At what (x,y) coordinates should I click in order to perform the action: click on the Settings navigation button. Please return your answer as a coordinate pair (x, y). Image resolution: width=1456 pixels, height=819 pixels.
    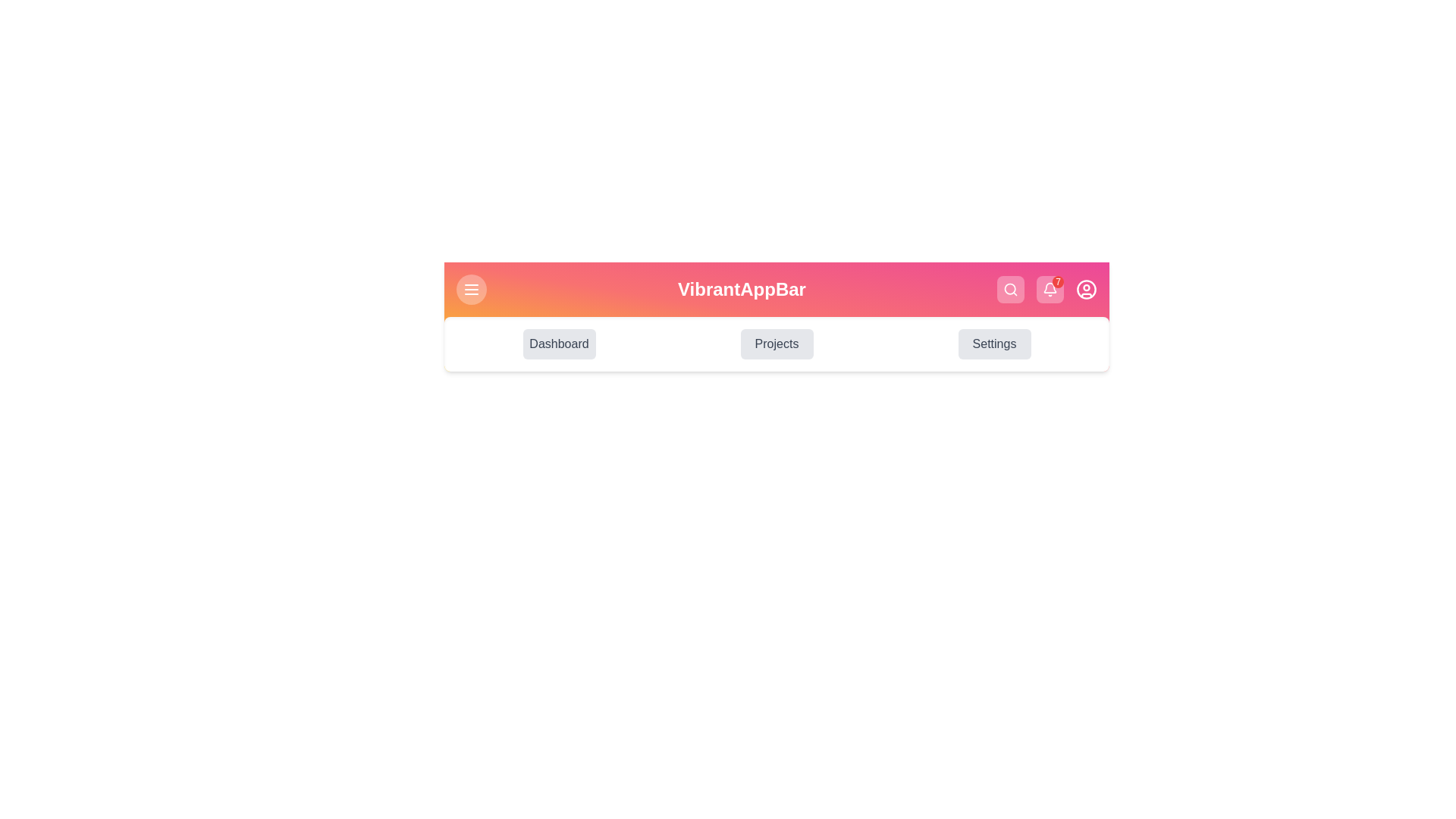
    Looking at the image, I should click on (994, 344).